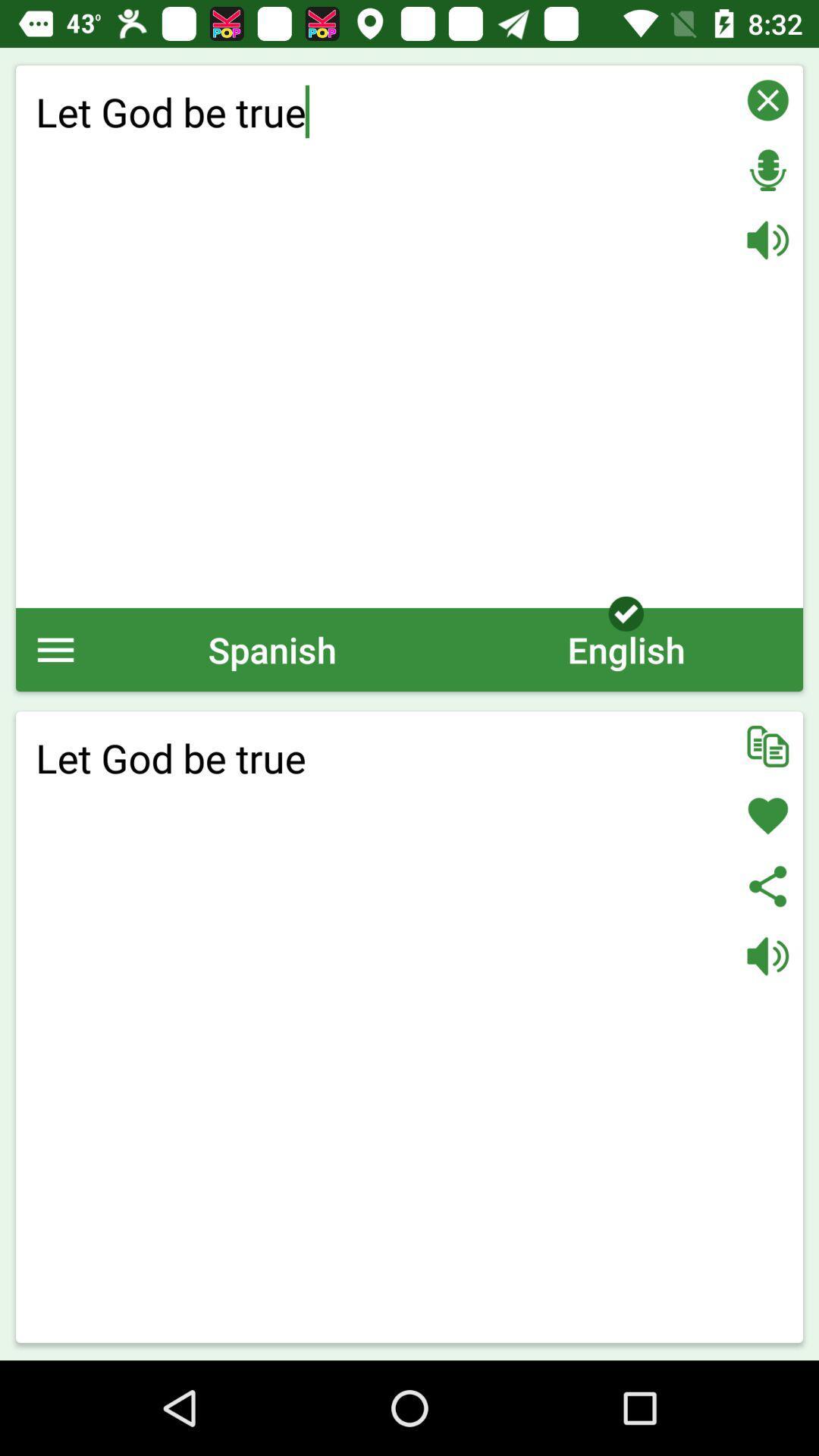 The height and width of the screenshot is (1456, 819). Describe the element at coordinates (767, 955) in the screenshot. I see `audio on` at that location.